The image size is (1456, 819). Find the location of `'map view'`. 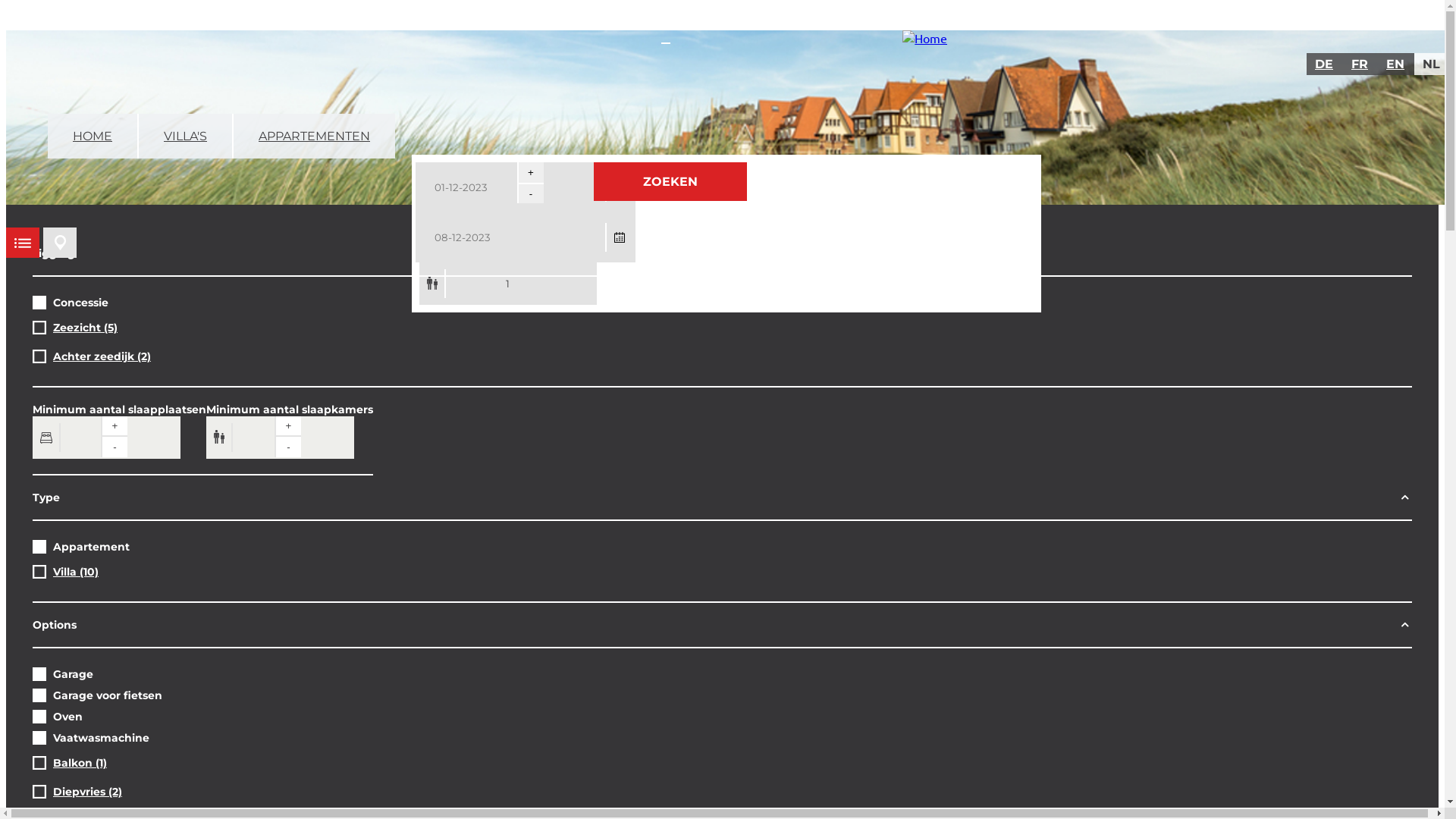

'map view' is located at coordinates (43, 242).